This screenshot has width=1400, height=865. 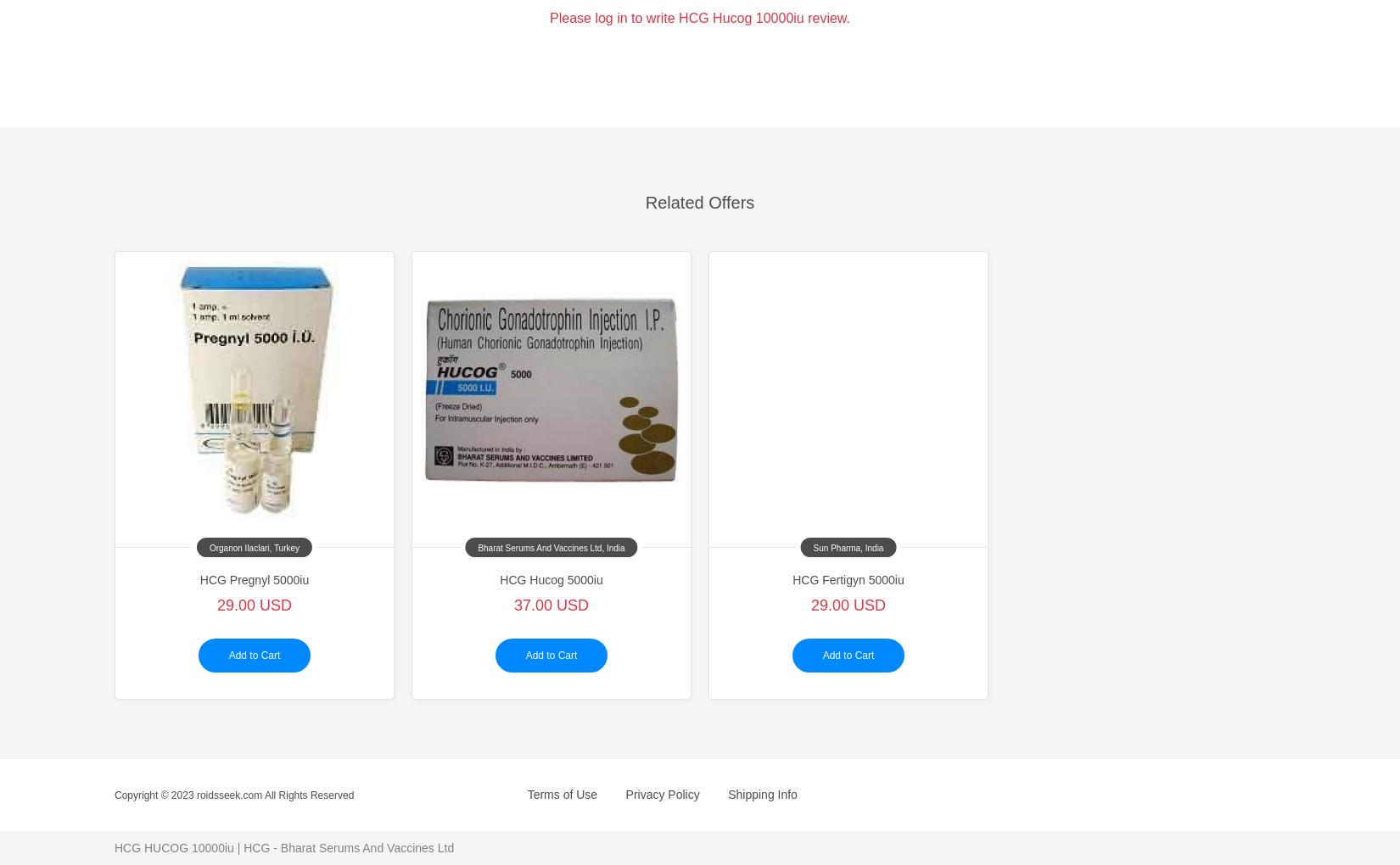 What do you see at coordinates (234, 793) in the screenshot?
I see `'Copyright © 2023 roidsseek.com All Rights Reserved'` at bounding box center [234, 793].